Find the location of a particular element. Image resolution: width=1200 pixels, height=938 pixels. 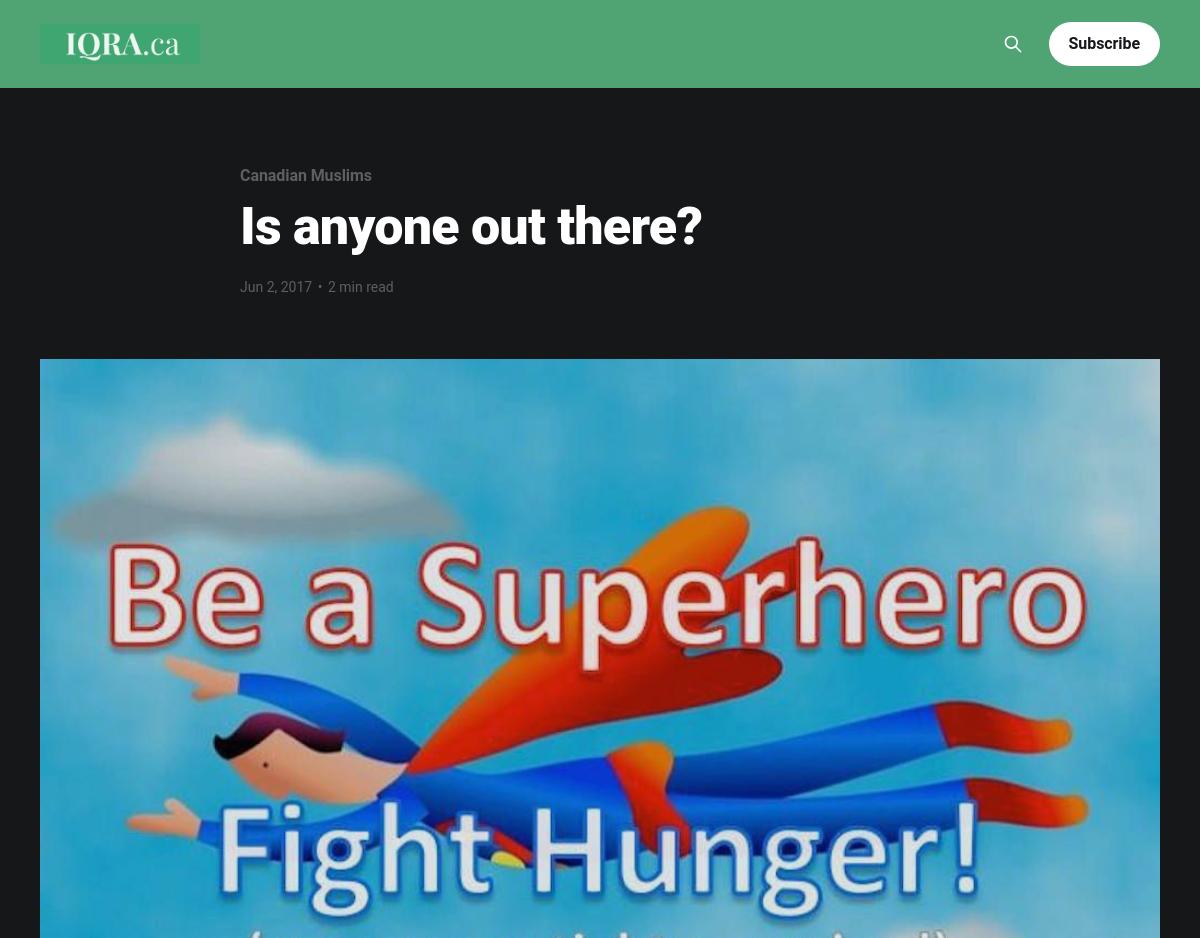

'Interfaith' is located at coordinates (716, 14).